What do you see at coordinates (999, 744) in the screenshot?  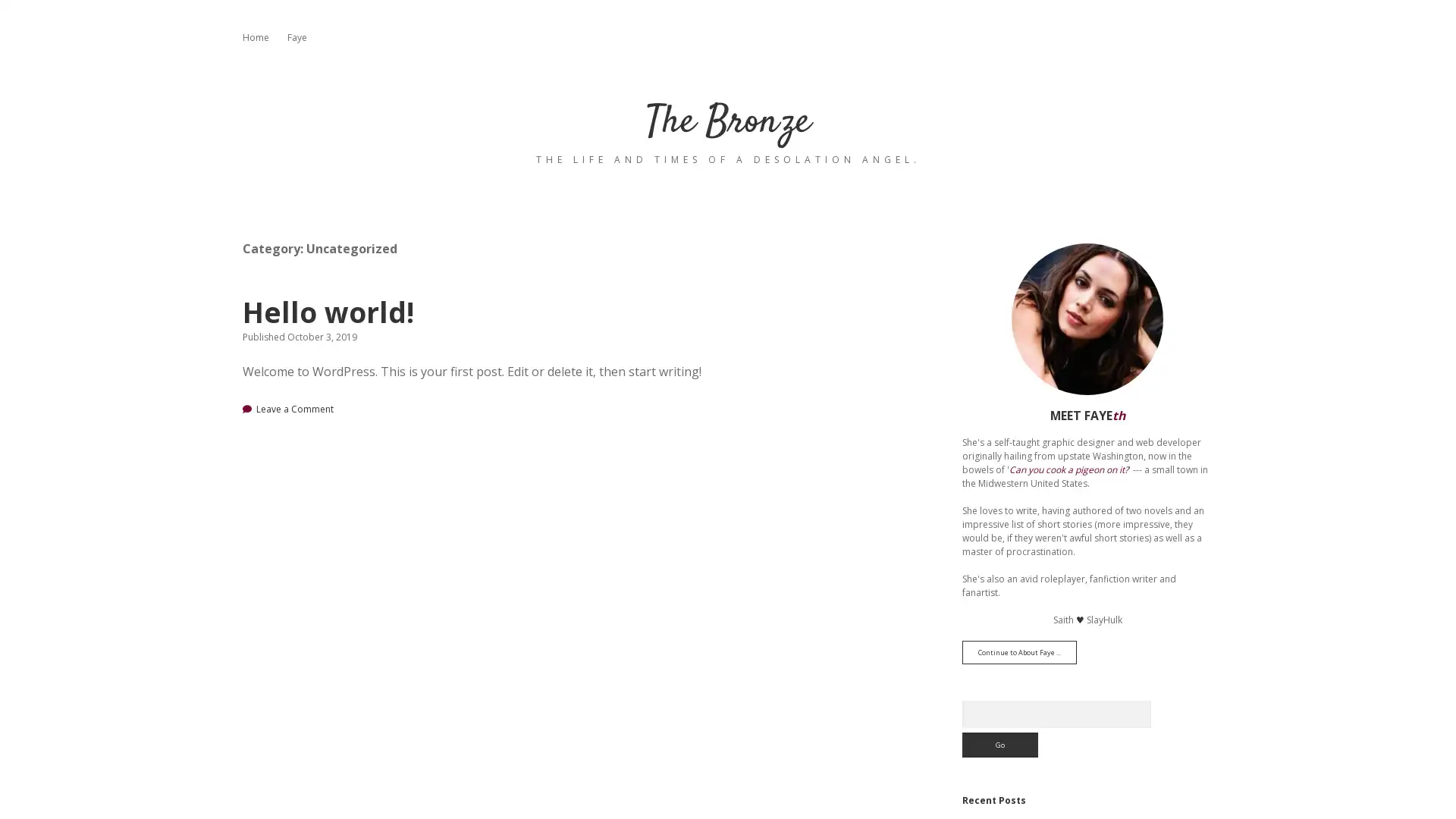 I see `Go` at bounding box center [999, 744].